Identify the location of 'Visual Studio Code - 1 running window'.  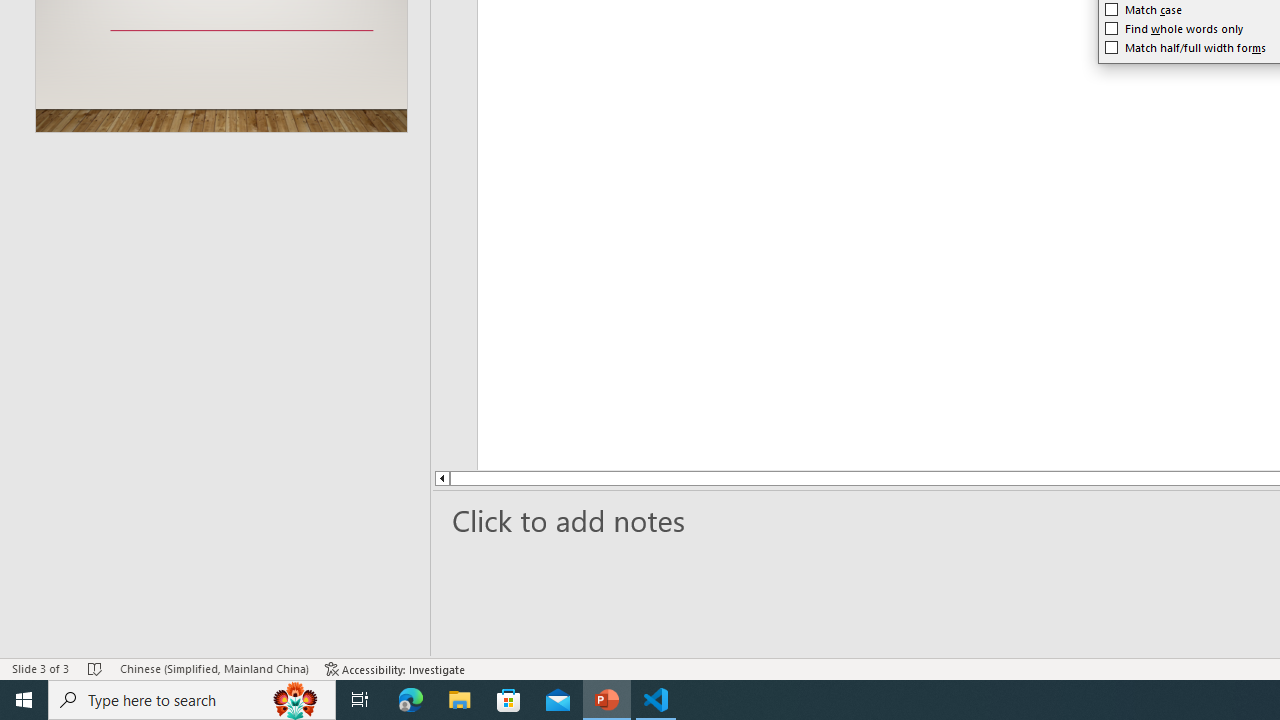
(656, 698).